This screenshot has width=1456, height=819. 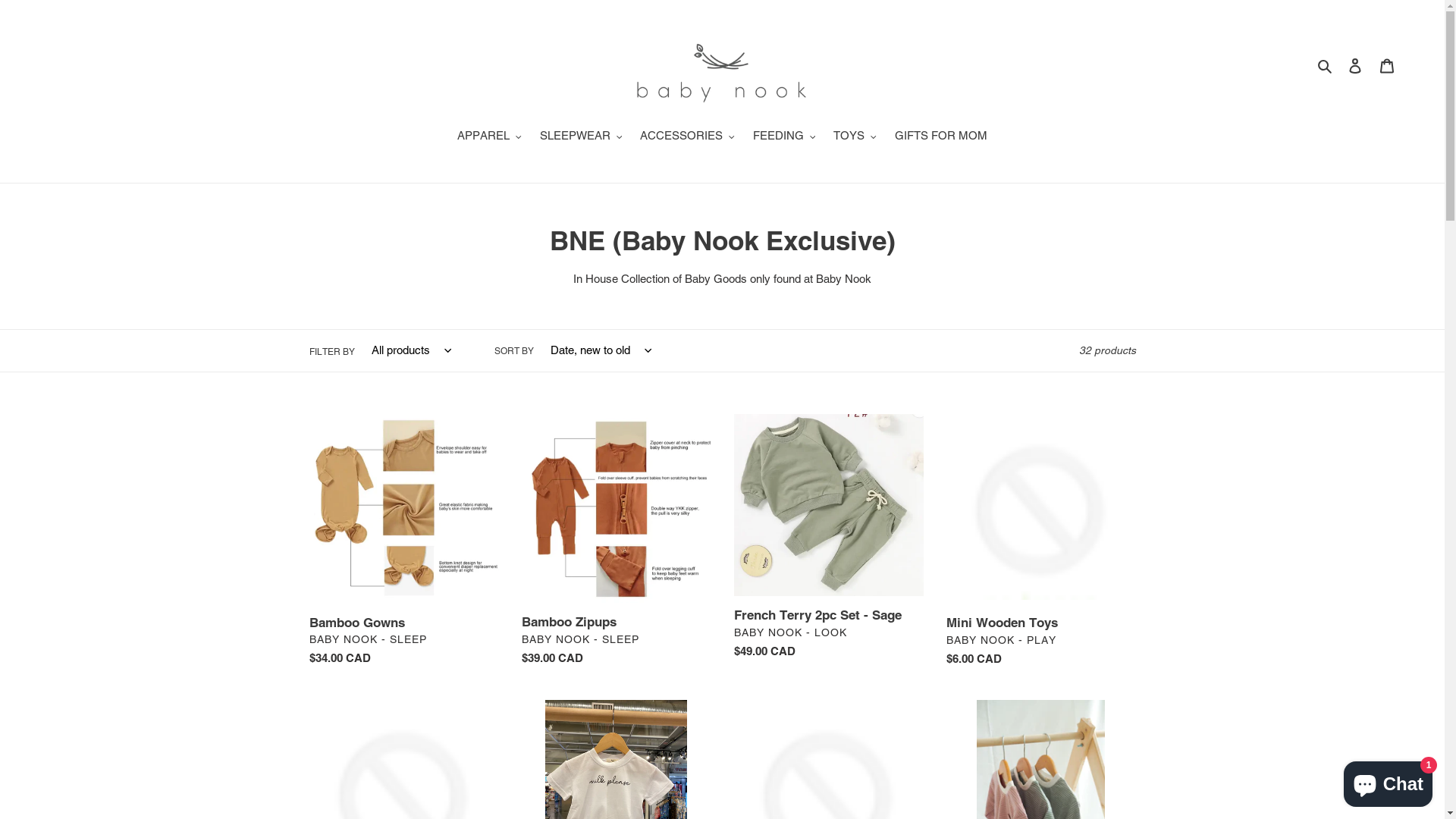 What do you see at coordinates (940, 137) in the screenshot?
I see `'GIFTS FOR MOM'` at bounding box center [940, 137].